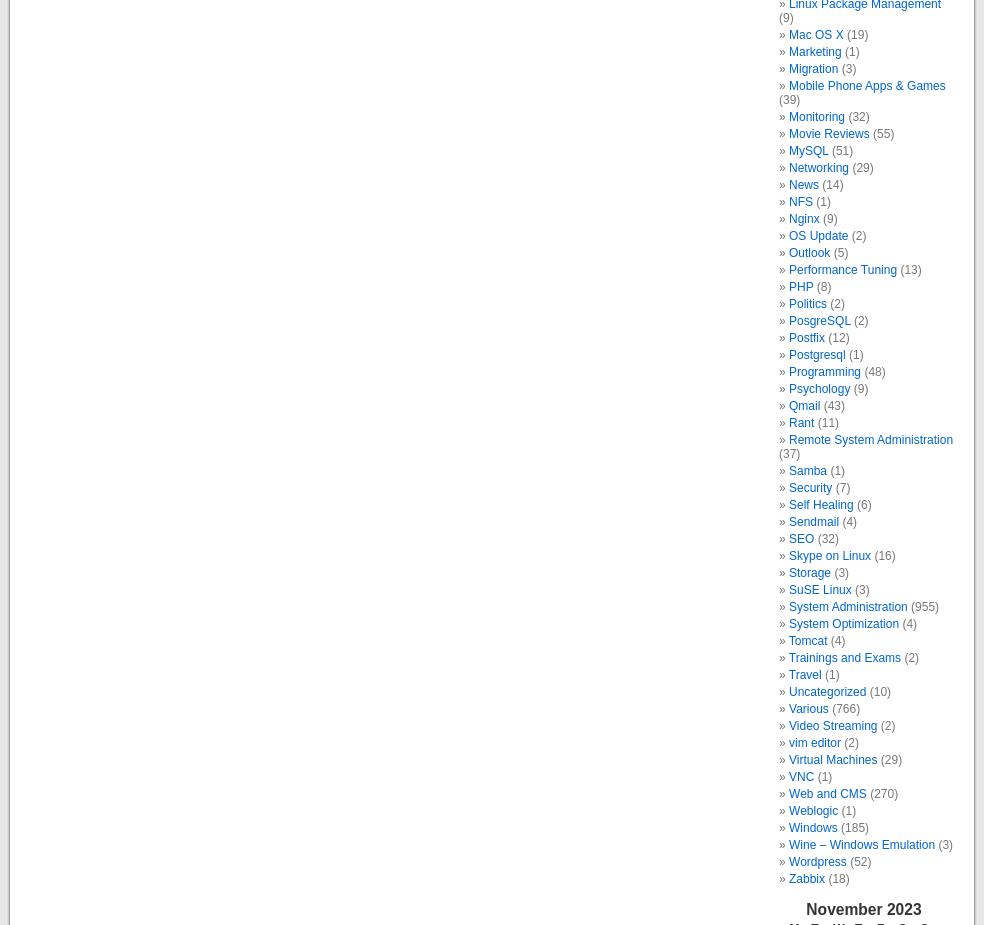  I want to click on '(11)', so click(825, 422).